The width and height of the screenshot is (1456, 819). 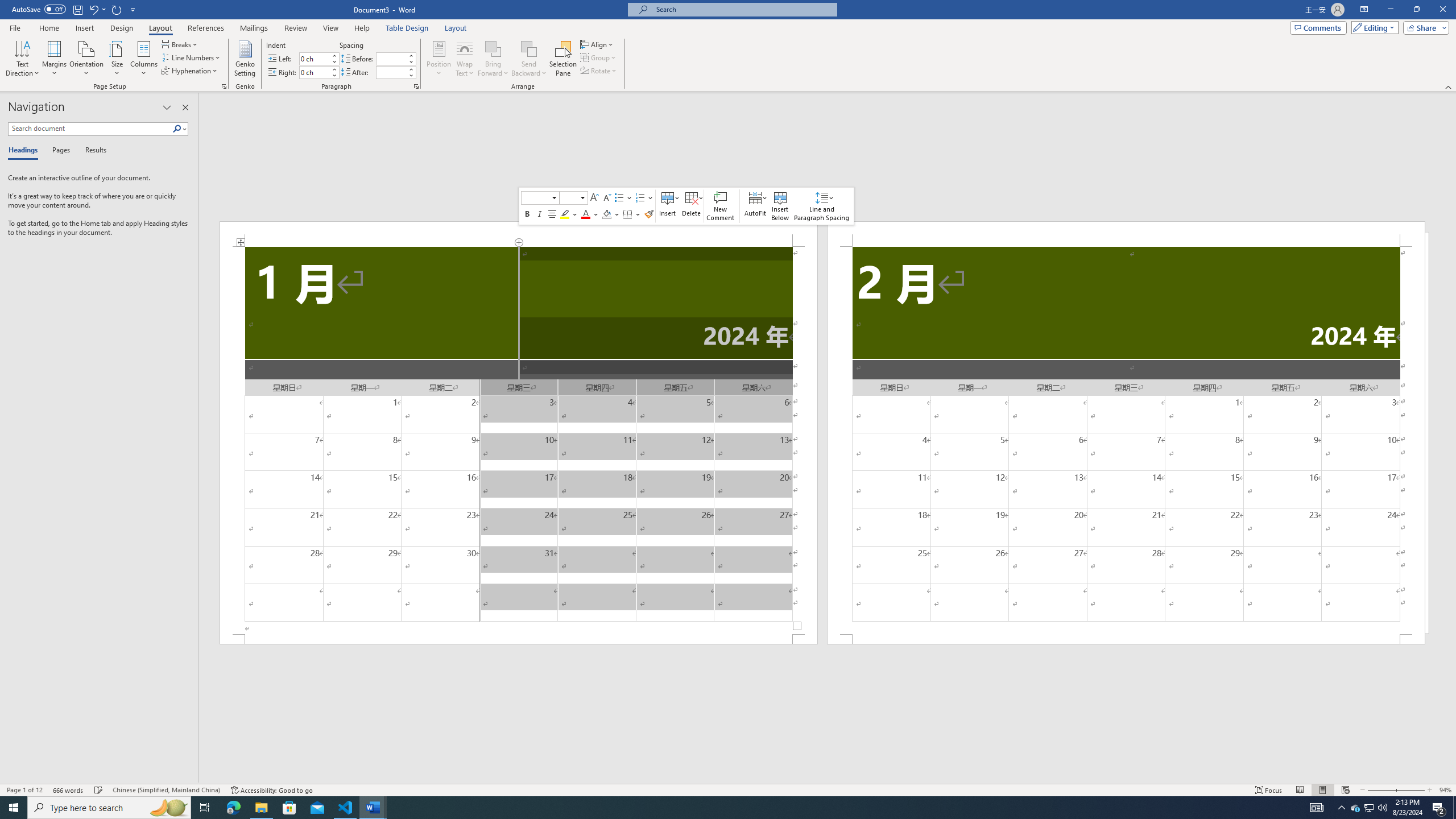 What do you see at coordinates (391, 72) in the screenshot?
I see `'Spacing After'` at bounding box center [391, 72].